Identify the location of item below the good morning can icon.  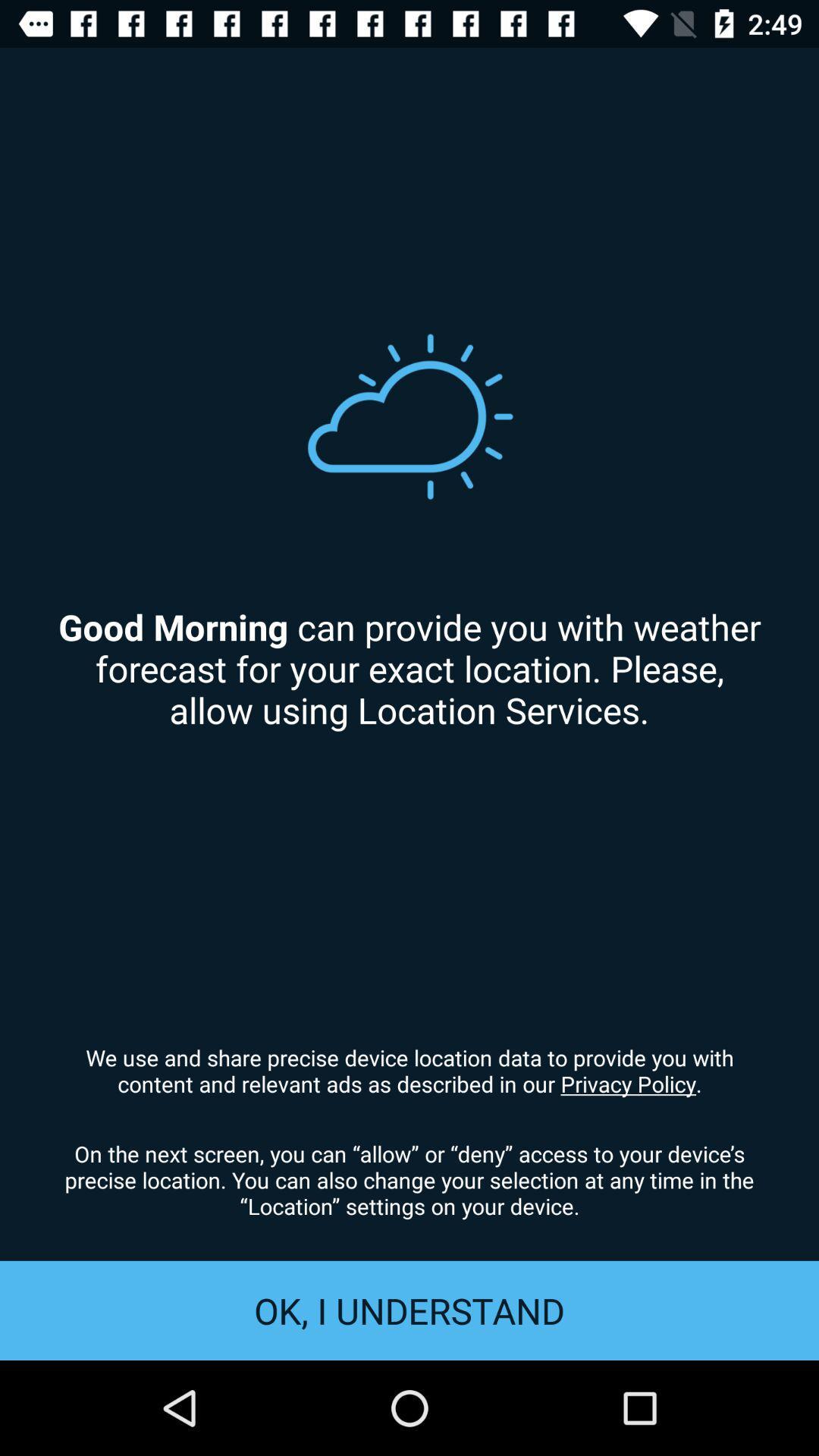
(409, 1069).